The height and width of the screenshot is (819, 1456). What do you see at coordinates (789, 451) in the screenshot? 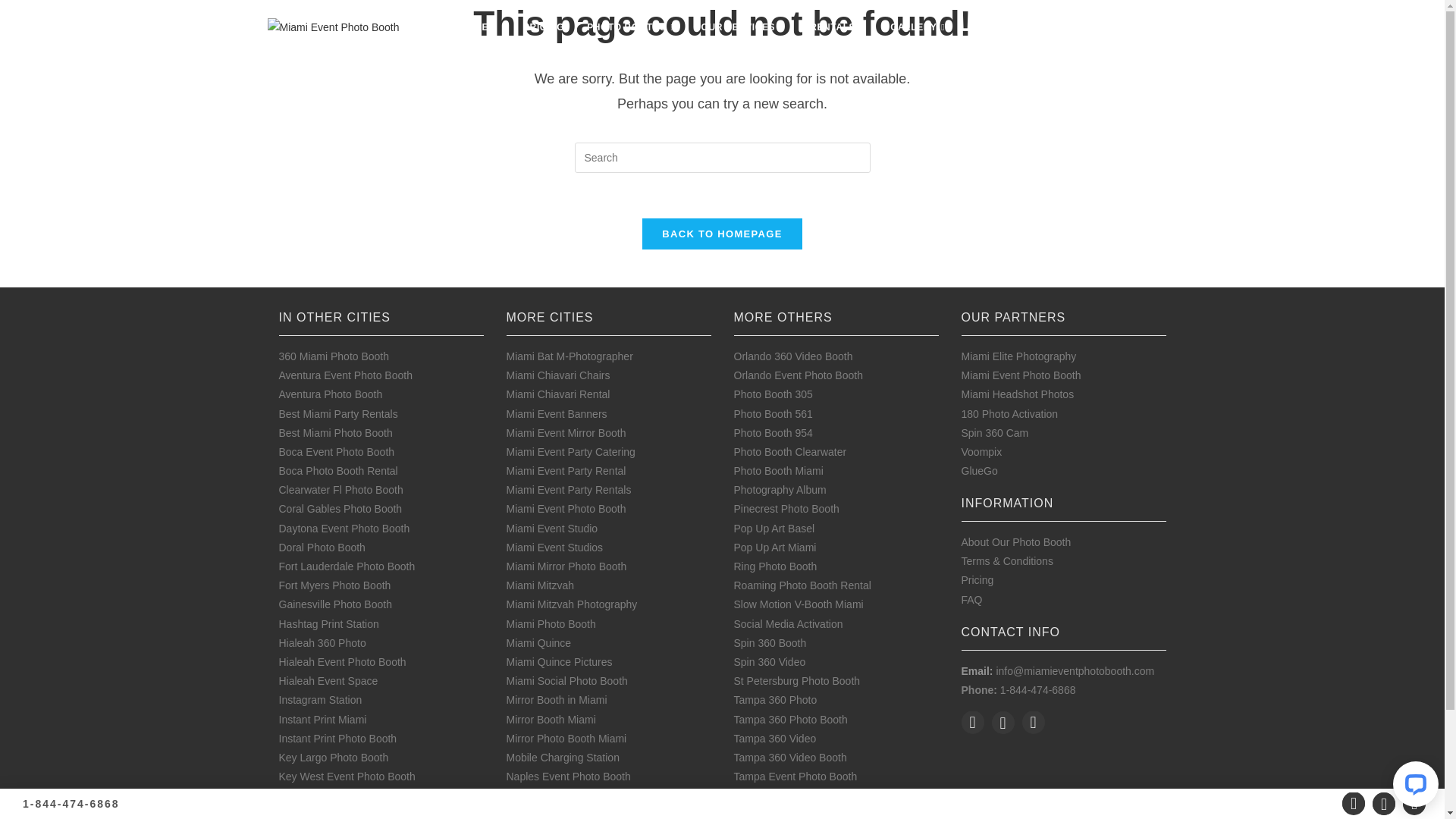
I see `'Photo Booth Clearwater'` at bounding box center [789, 451].